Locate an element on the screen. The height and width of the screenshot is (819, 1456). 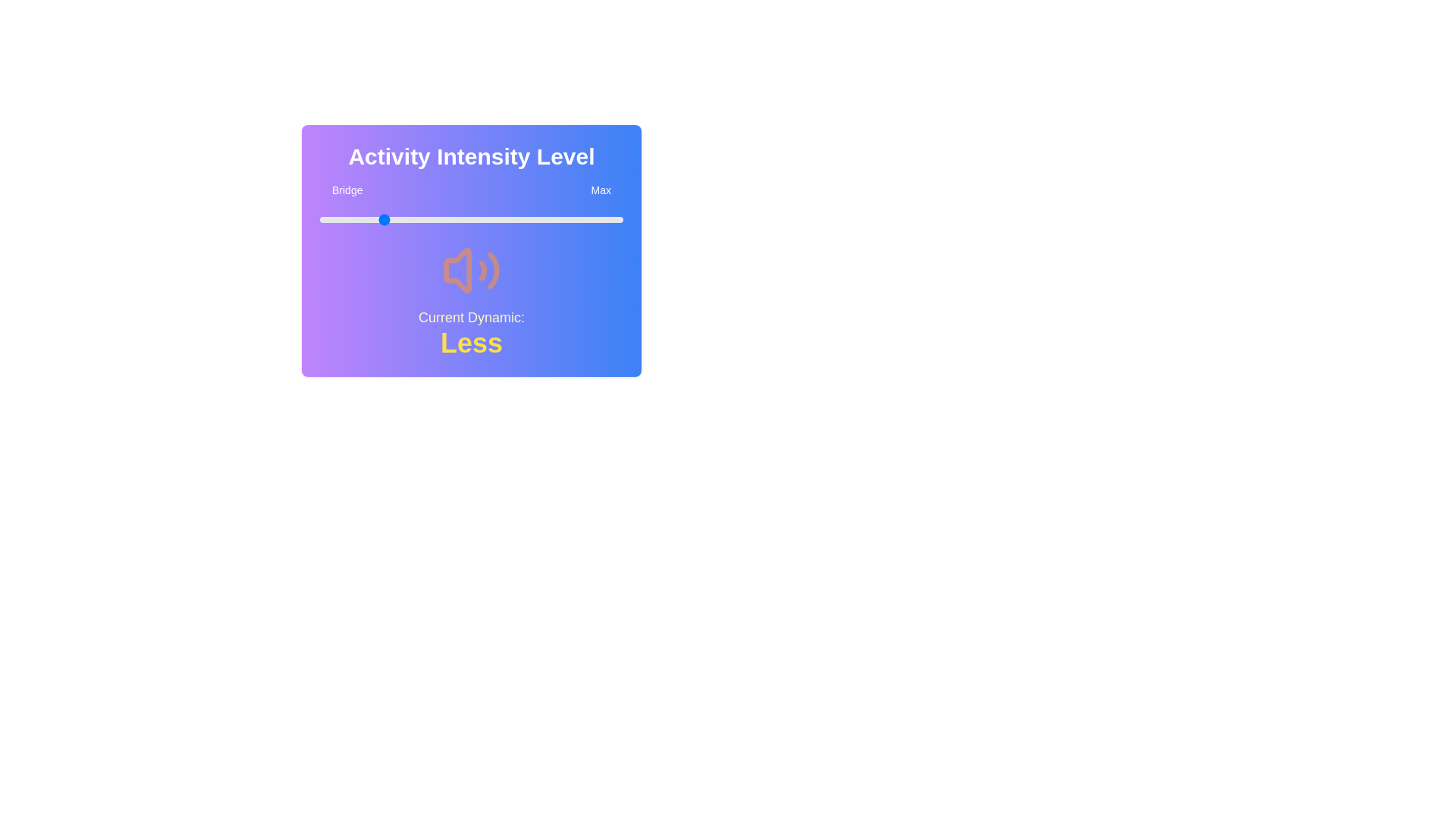
the slider to set the intensity level to 80% is located at coordinates (562, 219).